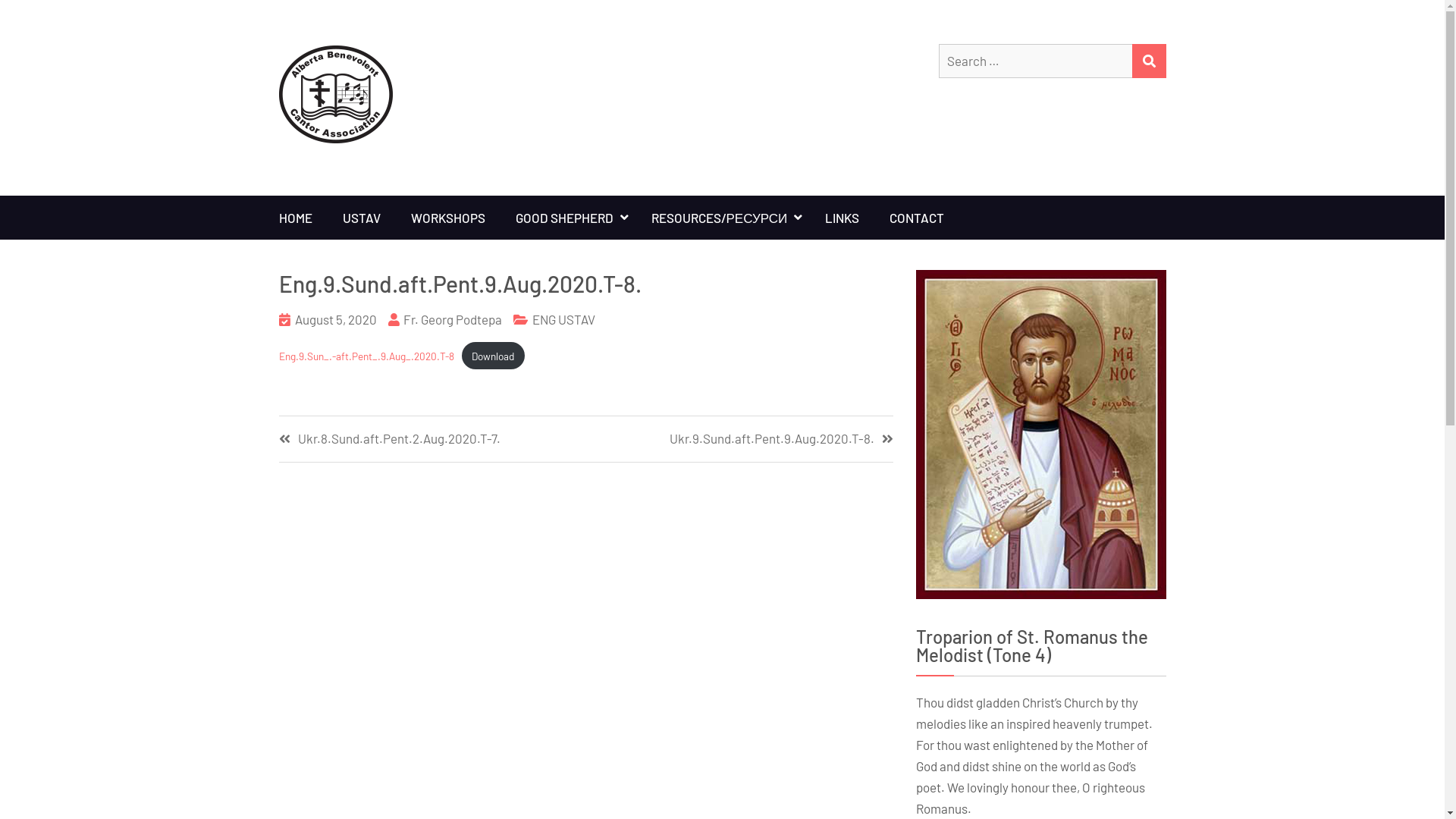 This screenshot has height=819, width=1456. Describe the element at coordinates (451, 318) in the screenshot. I see `'Fr. Georg Podtepa'` at that location.